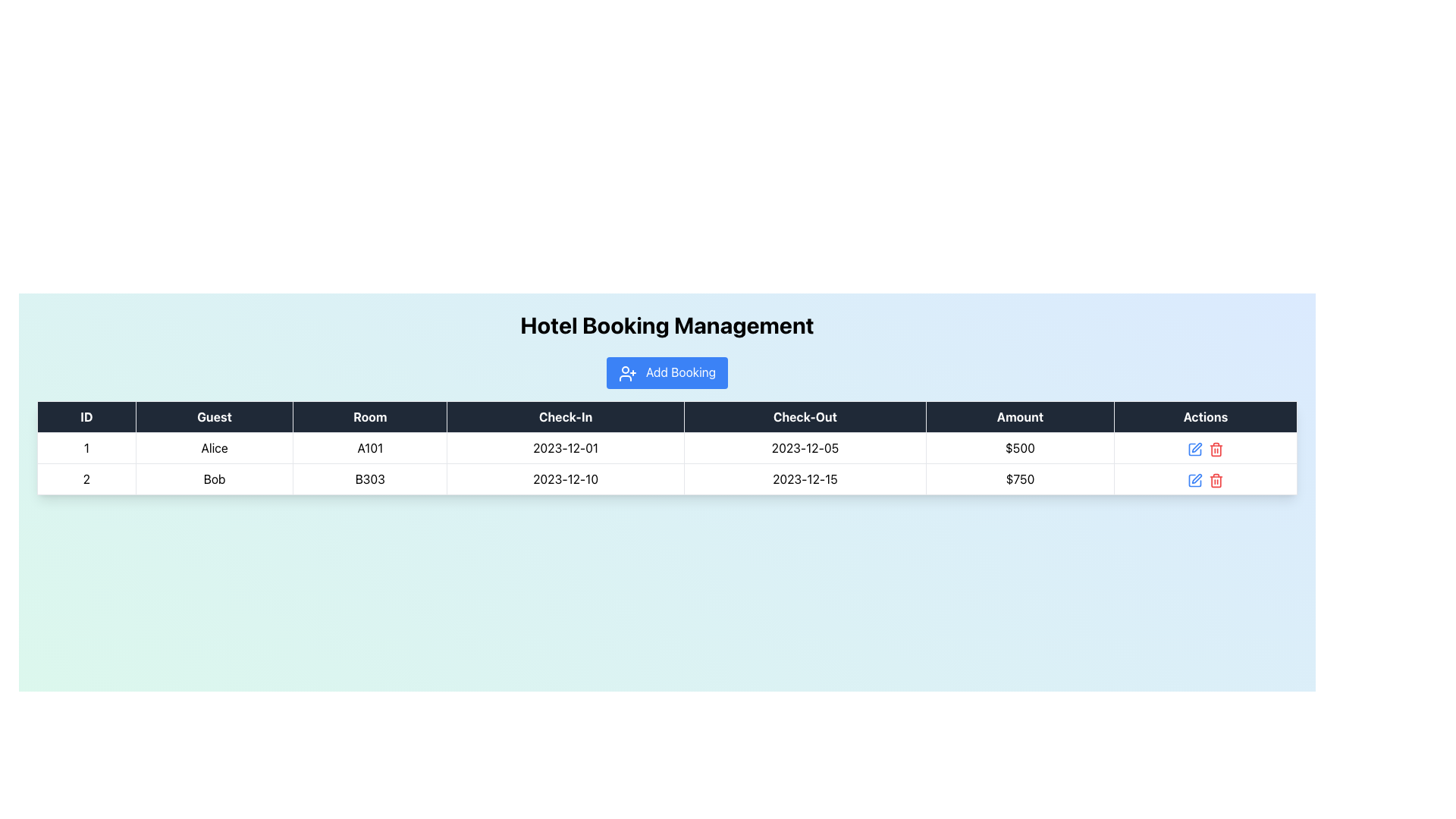  Describe the element at coordinates (370, 447) in the screenshot. I see `the text label in the 'Room' column of the first row in the hotel booking table, which identifies the room` at that location.